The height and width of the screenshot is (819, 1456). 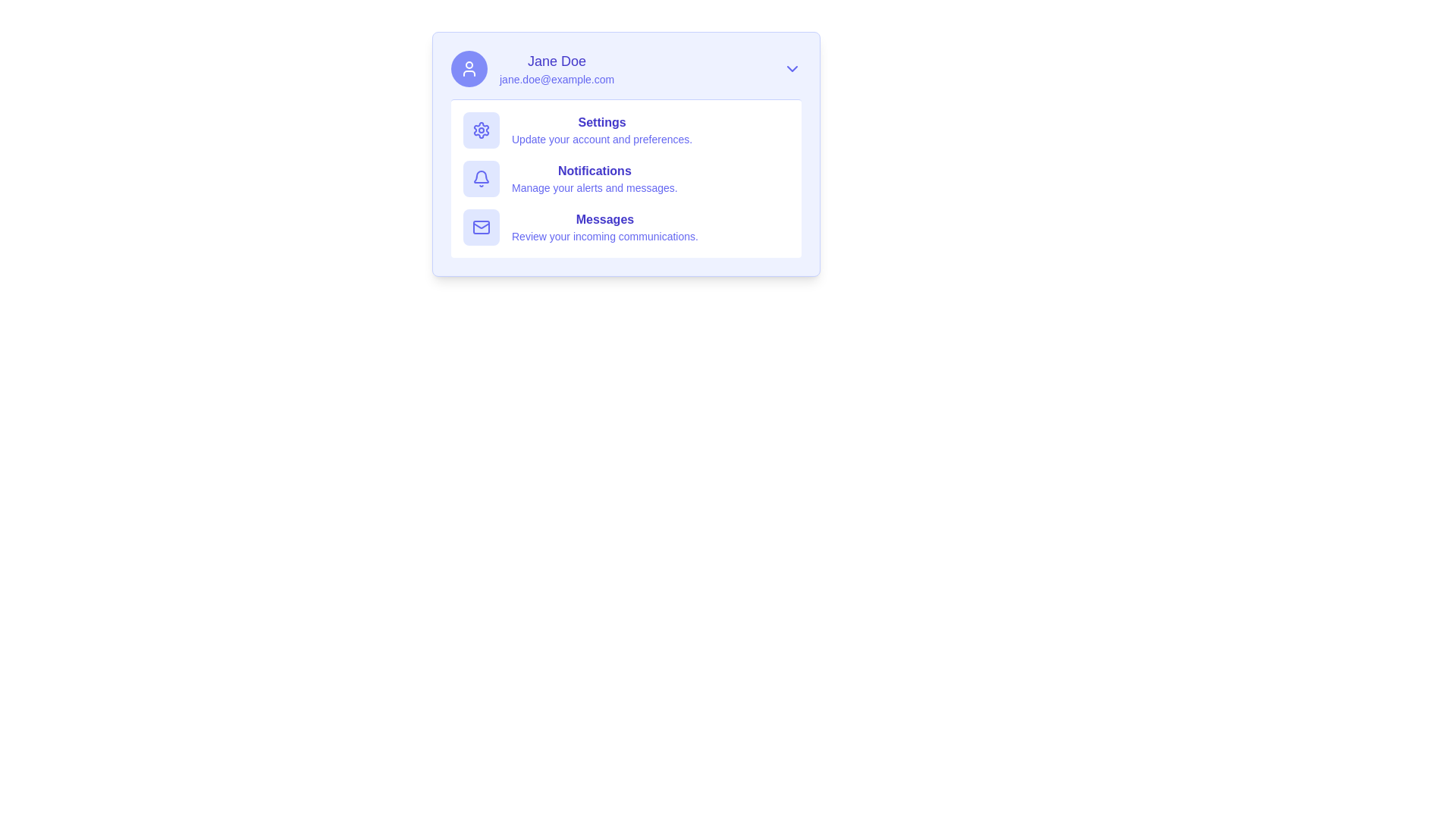 What do you see at coordinates (480, 130) in the screenshot?
I see `the gear-shaped settings icon located at the top of the vertical icon list in the card pop-up` at bounding box center [480, 130].